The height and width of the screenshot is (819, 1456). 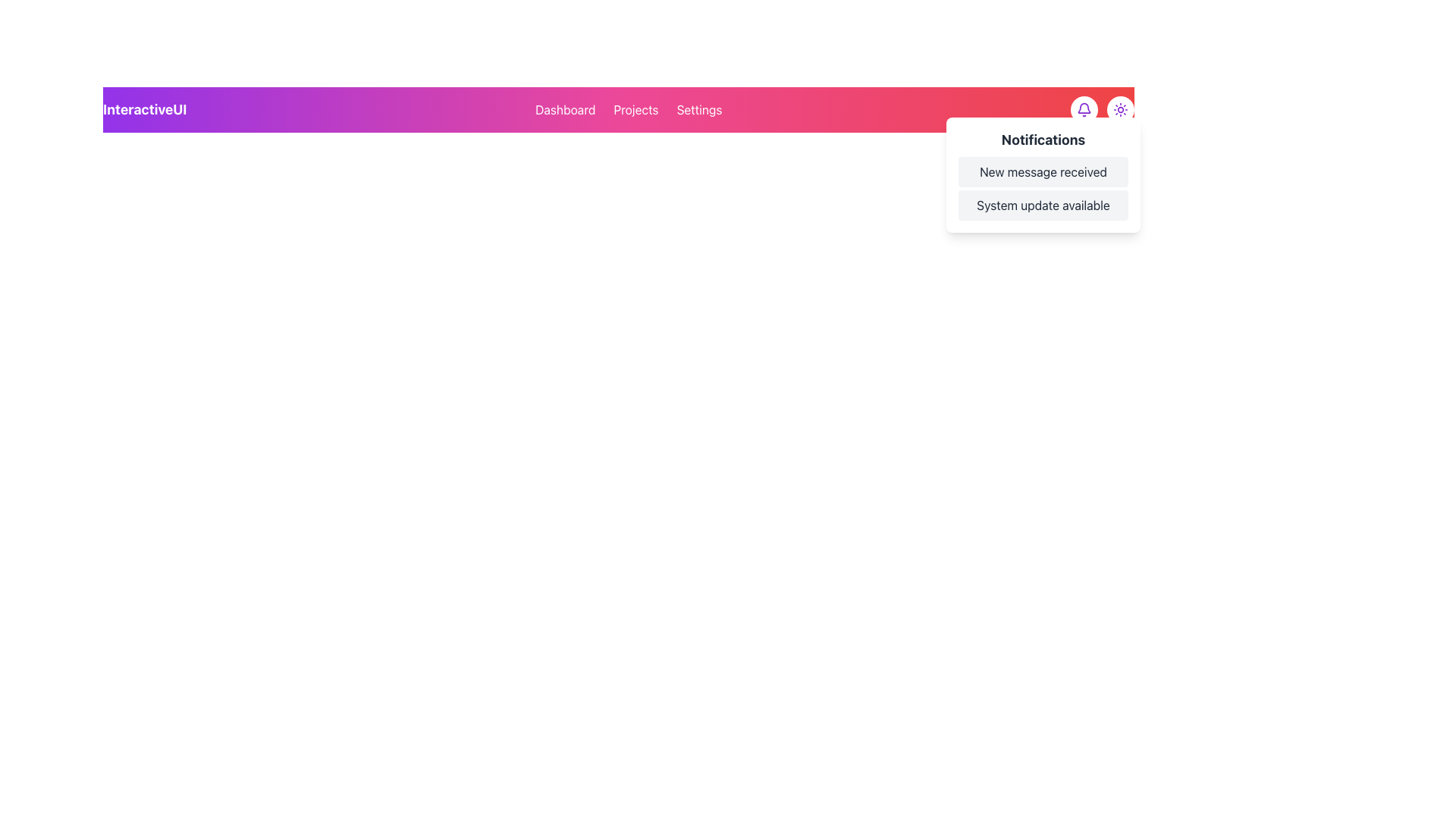 I want to click on the 'Settings' navigation link in the top navigation bar, so click(x=698, y=109).